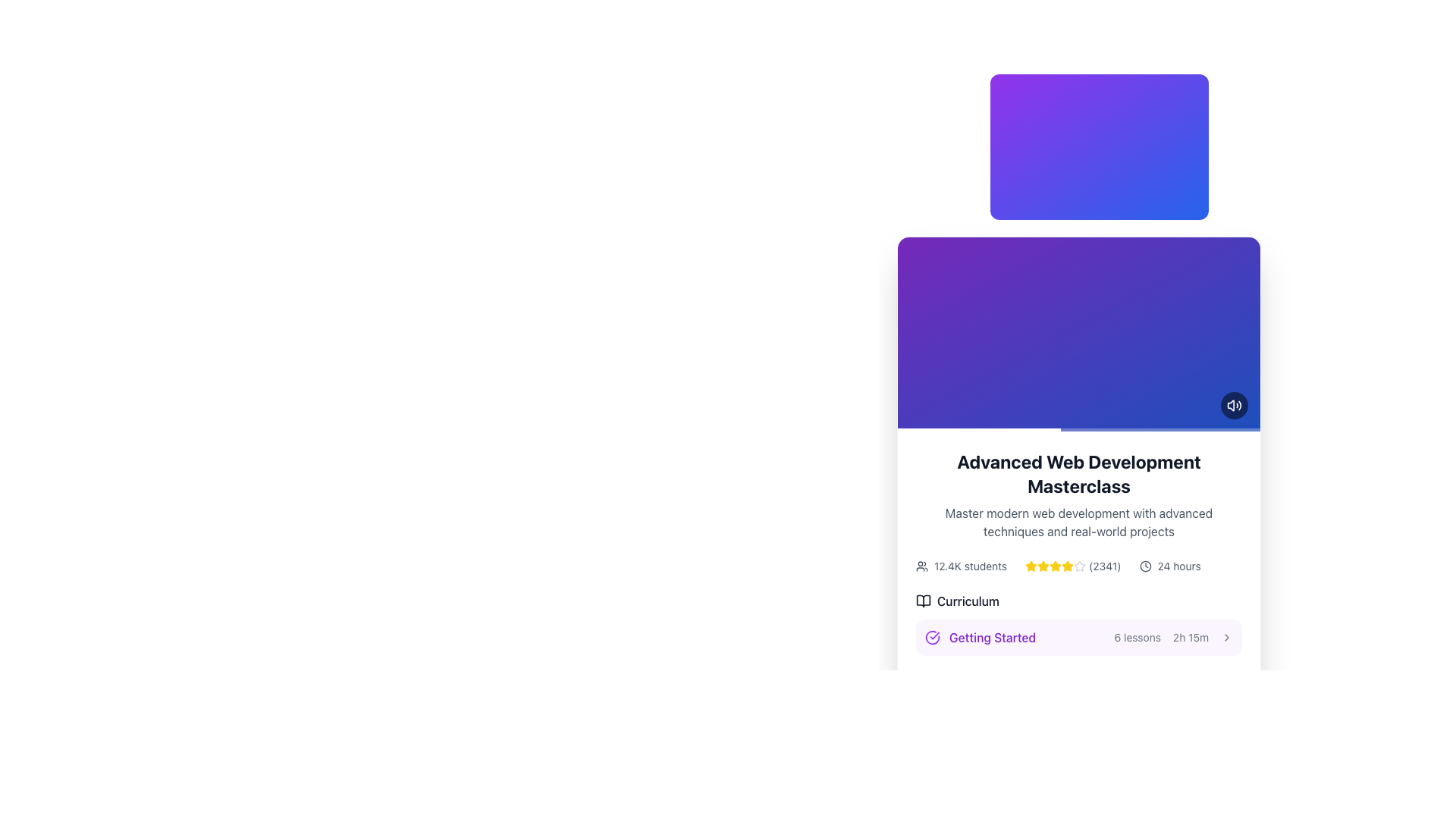 This screenshot has height=819, width=1456. What do you see at coordinates (1234, 405) in the screenshot?
I see `the speaker icon with sound waves located at the bottom-right corner of the card component containing the course details, which is rendered in white on a dark circular background` at bounding box center [1234, 405].